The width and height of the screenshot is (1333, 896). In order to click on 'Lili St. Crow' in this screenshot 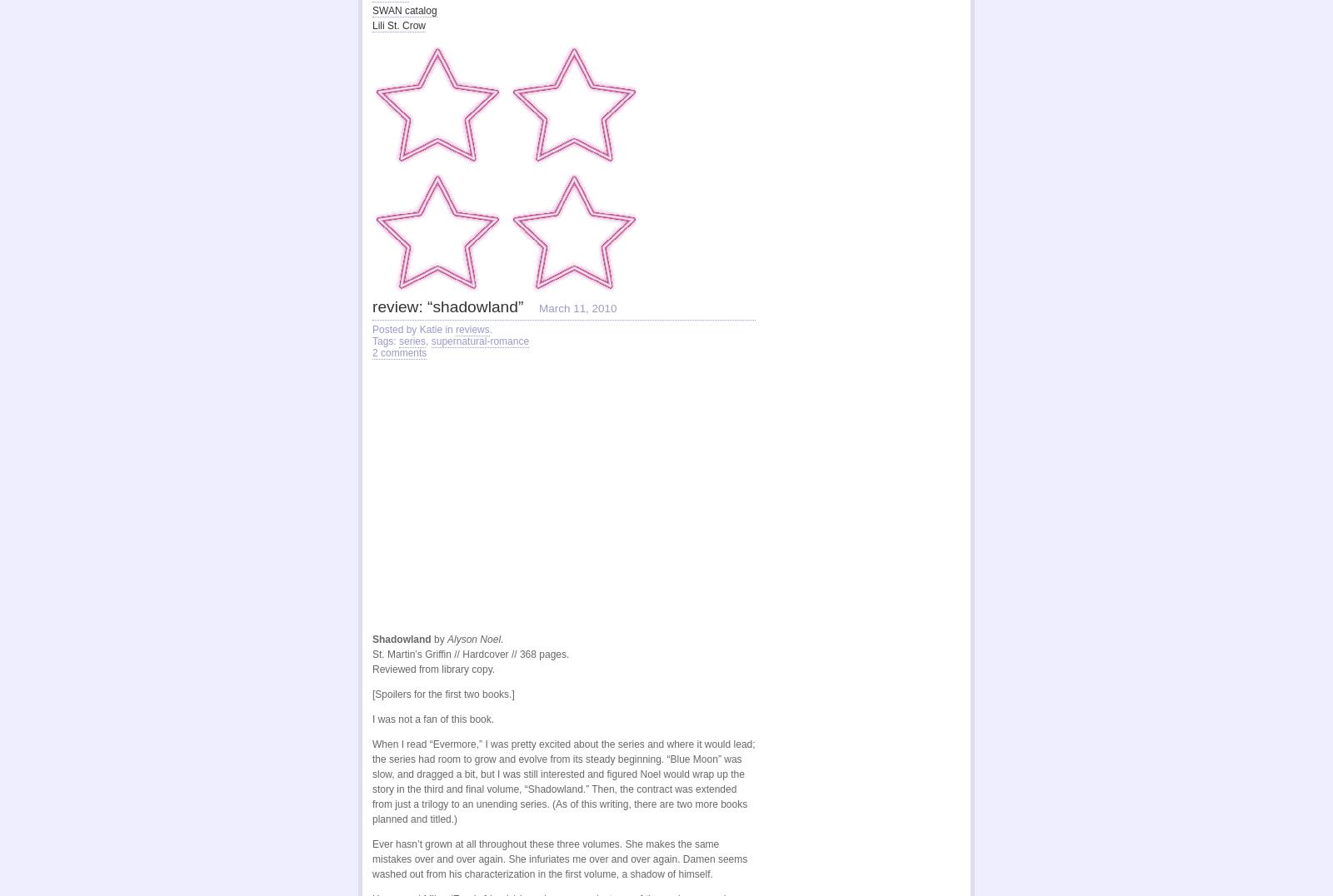, I will do `click(398, 24)`.